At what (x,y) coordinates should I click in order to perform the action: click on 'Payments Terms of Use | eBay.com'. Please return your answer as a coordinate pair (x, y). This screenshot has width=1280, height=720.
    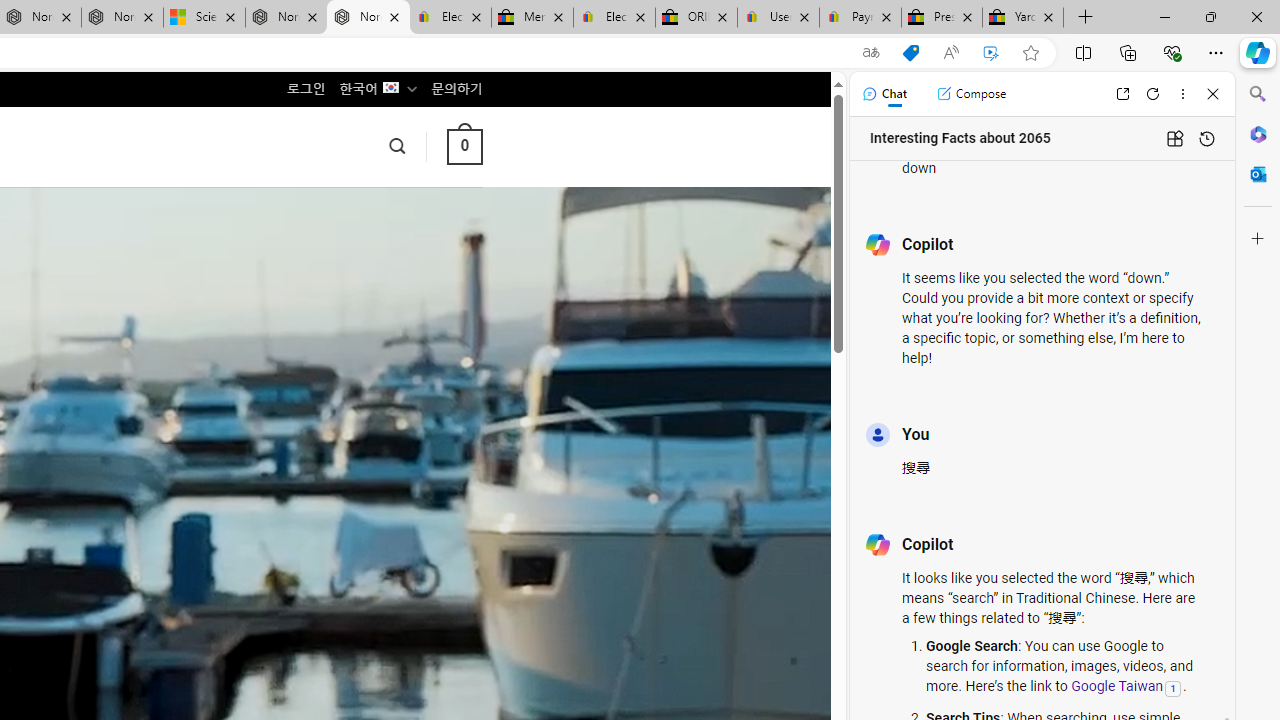
    Looking at the image, I should click on (860, 17).